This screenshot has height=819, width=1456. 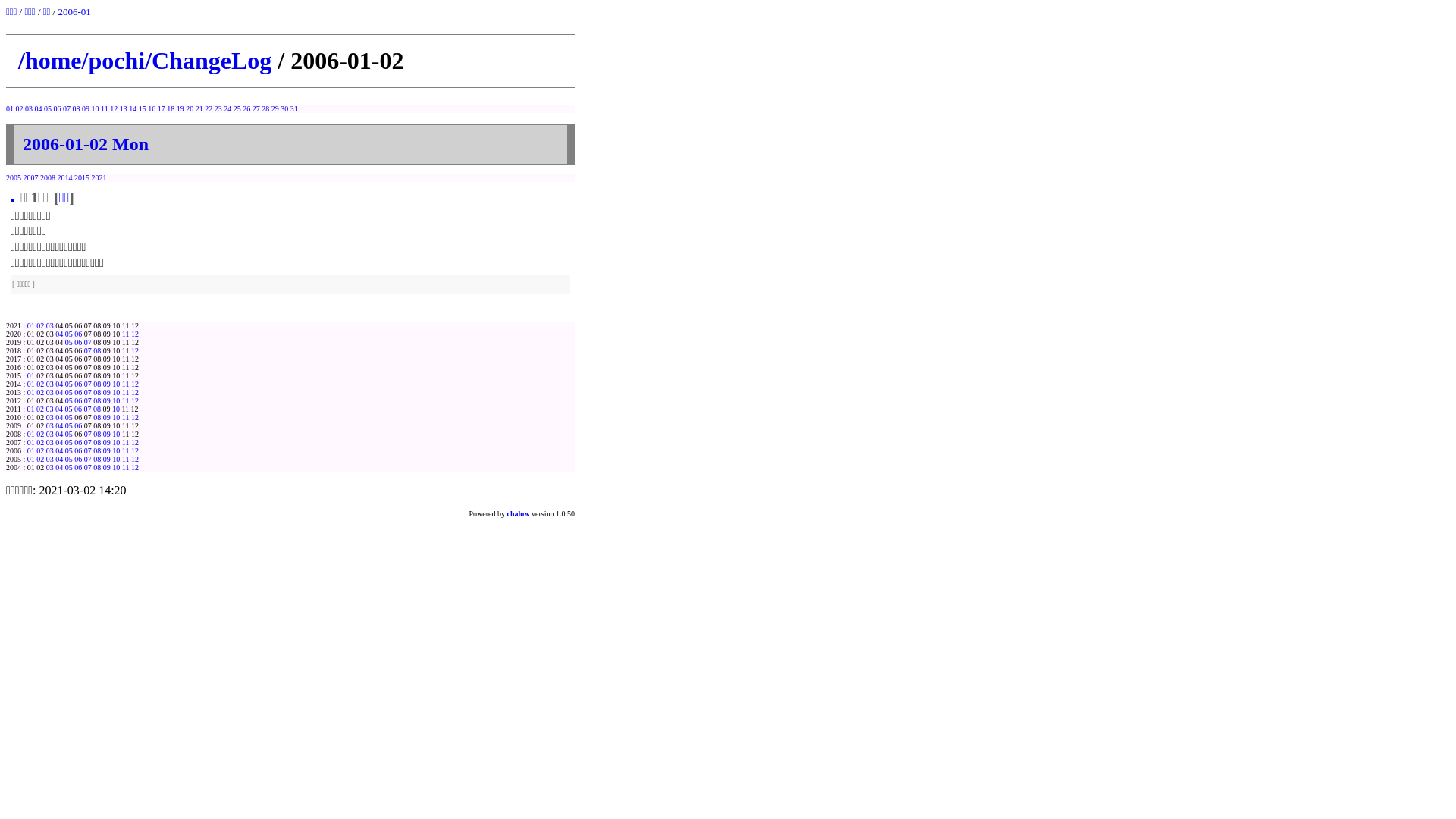 What do you see at coordinates (57, 108) in the screenshot?
I see `'06'` at bounding box center [57, 108].